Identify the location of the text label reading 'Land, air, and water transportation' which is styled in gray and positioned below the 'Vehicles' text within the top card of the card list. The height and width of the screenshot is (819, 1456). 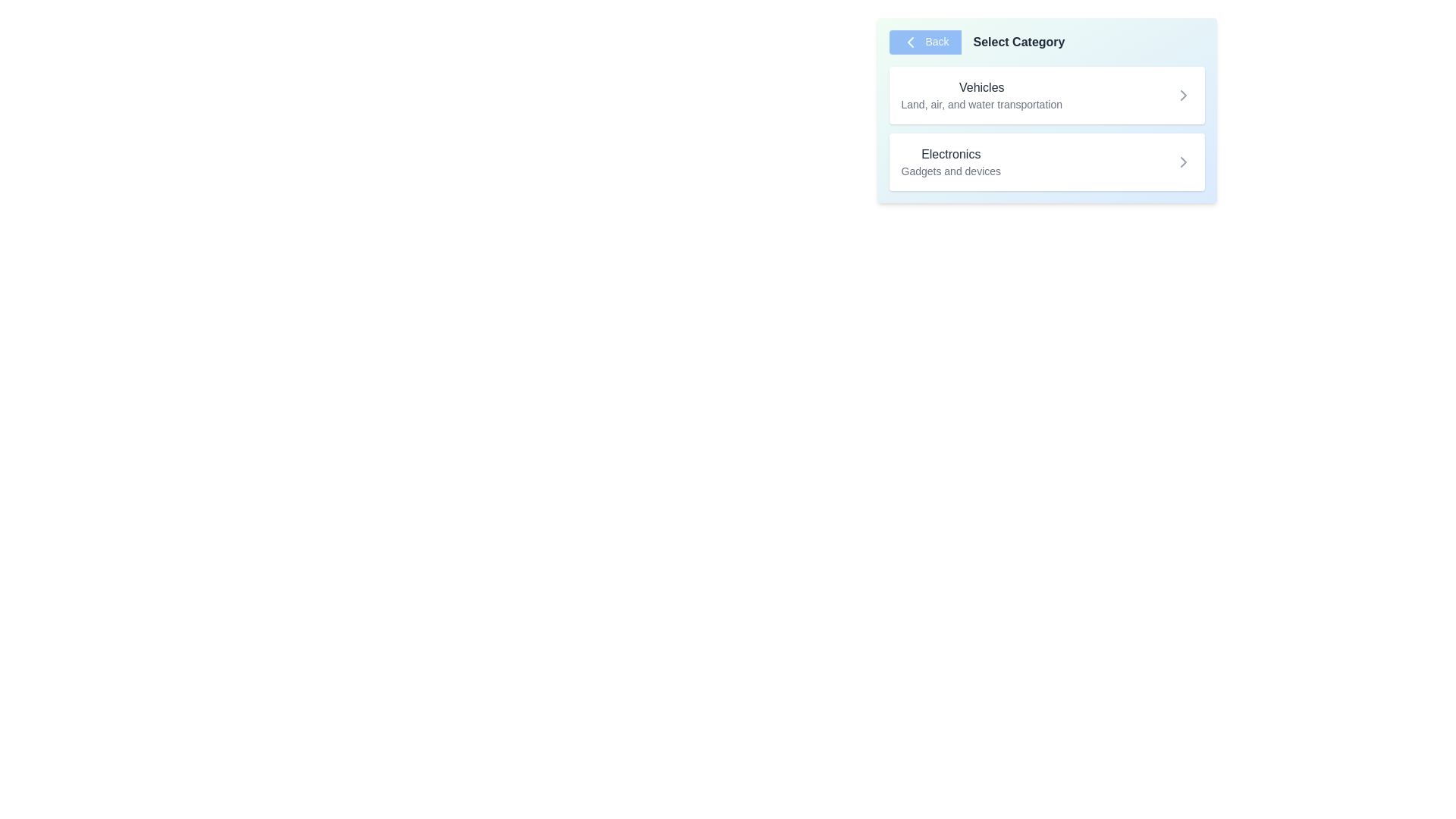
(981, 104).